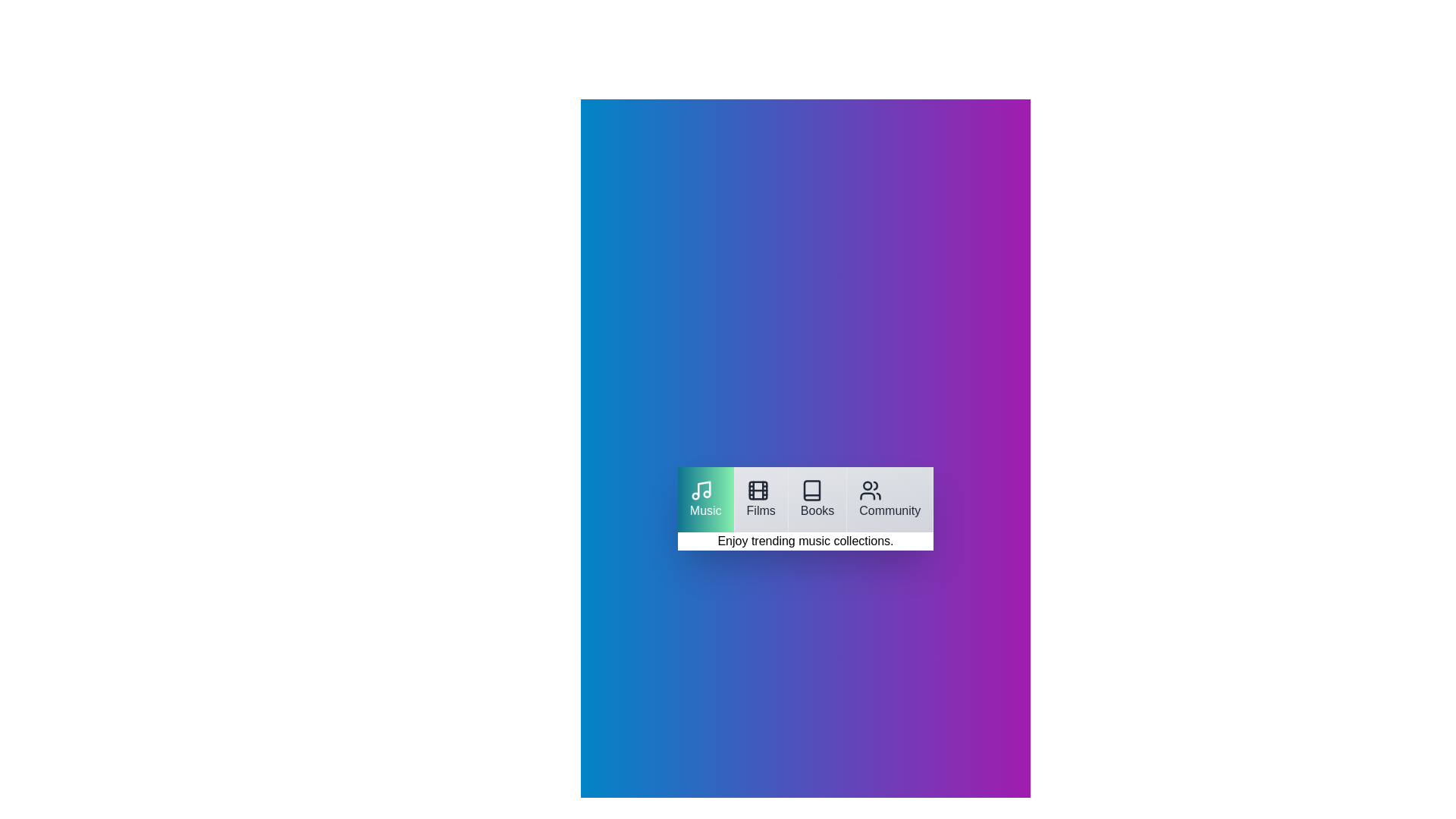 Image resolution: width=1456 pixels, height=819 pixels. What do you see at coordinates (758, 491) in the screenshot?
I see `the 'Films' icon, which is the second icon in the row of items labeled 'Music,' 'Films,' 'Books,' and 'Community.' This icon is positioned above the label 'Films.'` at bounding box center [758, 491].